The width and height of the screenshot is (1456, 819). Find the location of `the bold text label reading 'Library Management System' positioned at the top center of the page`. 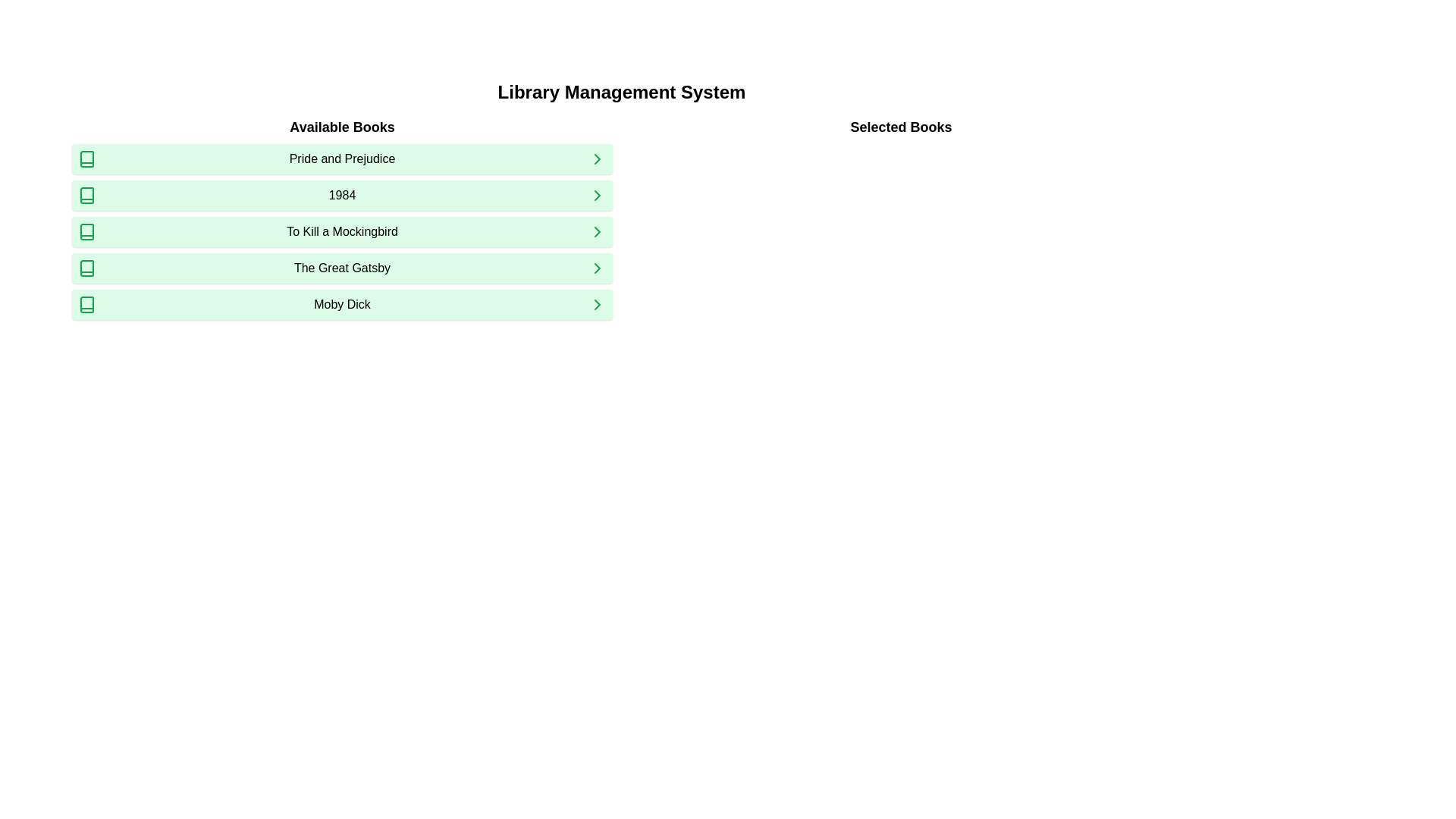

the bold text label reading 'Library Management System' positioned at the top center of the page is located at coordinates (622, 93).